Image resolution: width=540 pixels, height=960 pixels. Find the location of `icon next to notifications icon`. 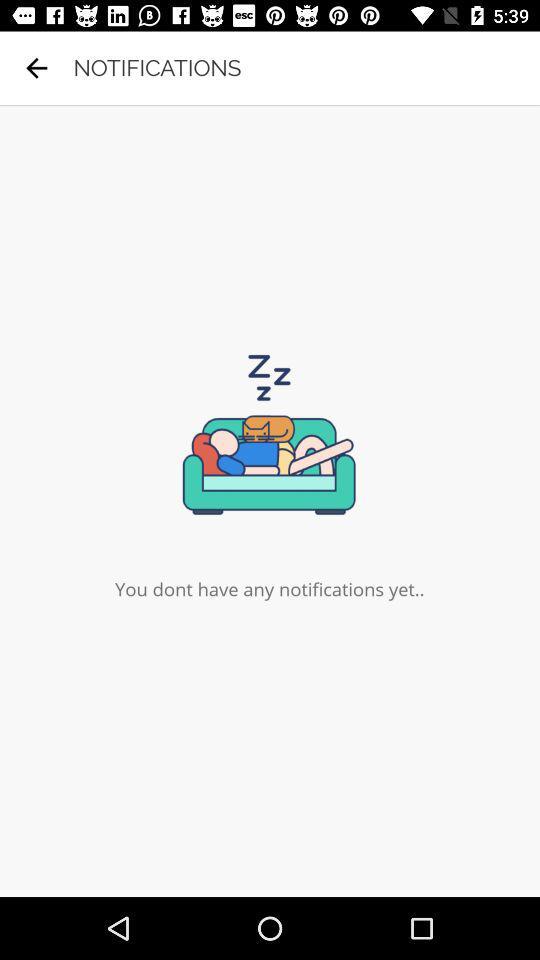

icon next to notifications icon is located at coordinates (36, 68).